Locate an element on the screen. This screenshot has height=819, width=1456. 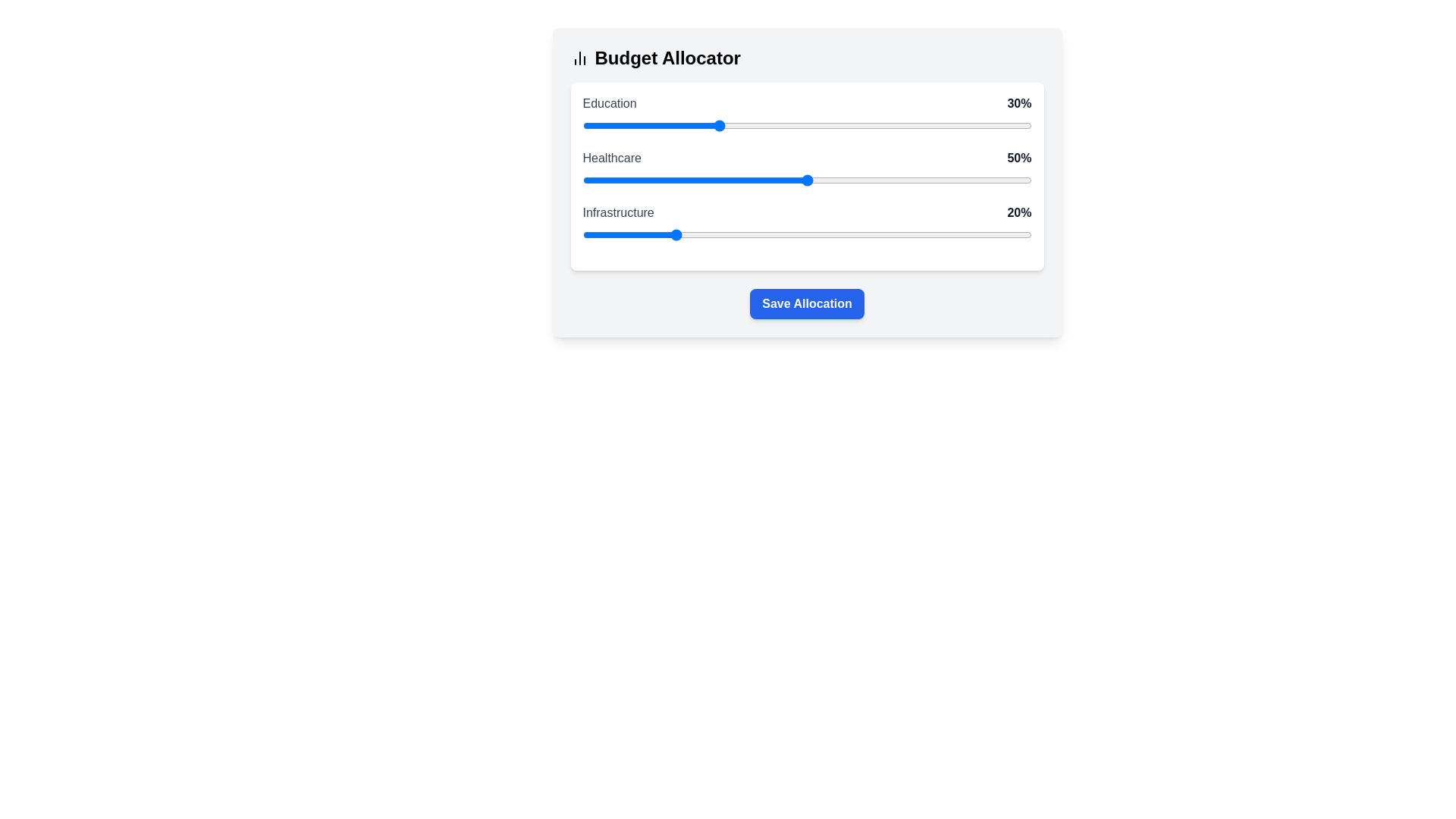
infrastructure allocation is located at coordinates (604, 234).